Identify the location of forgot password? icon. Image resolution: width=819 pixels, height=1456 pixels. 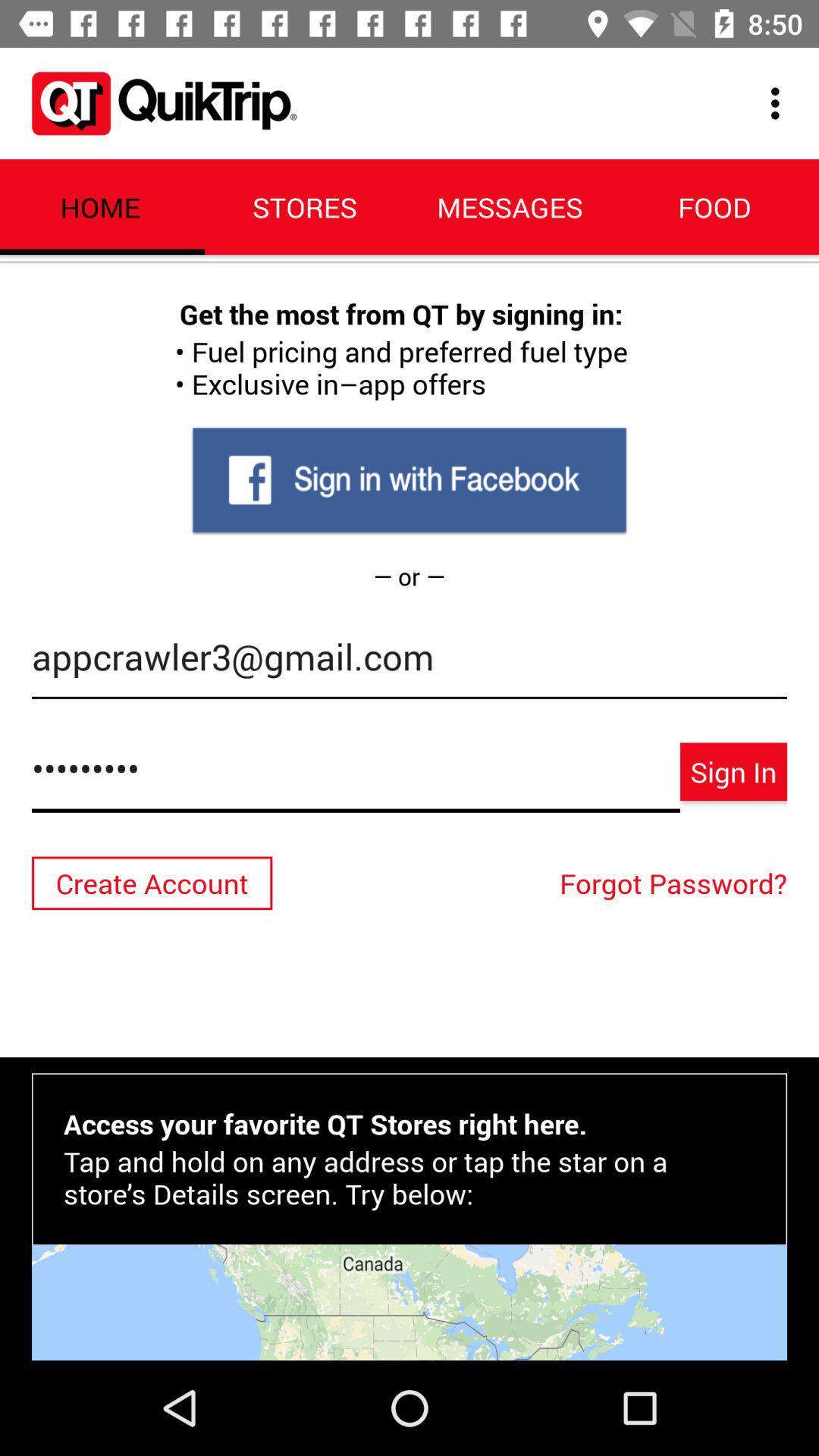
(676, 883).